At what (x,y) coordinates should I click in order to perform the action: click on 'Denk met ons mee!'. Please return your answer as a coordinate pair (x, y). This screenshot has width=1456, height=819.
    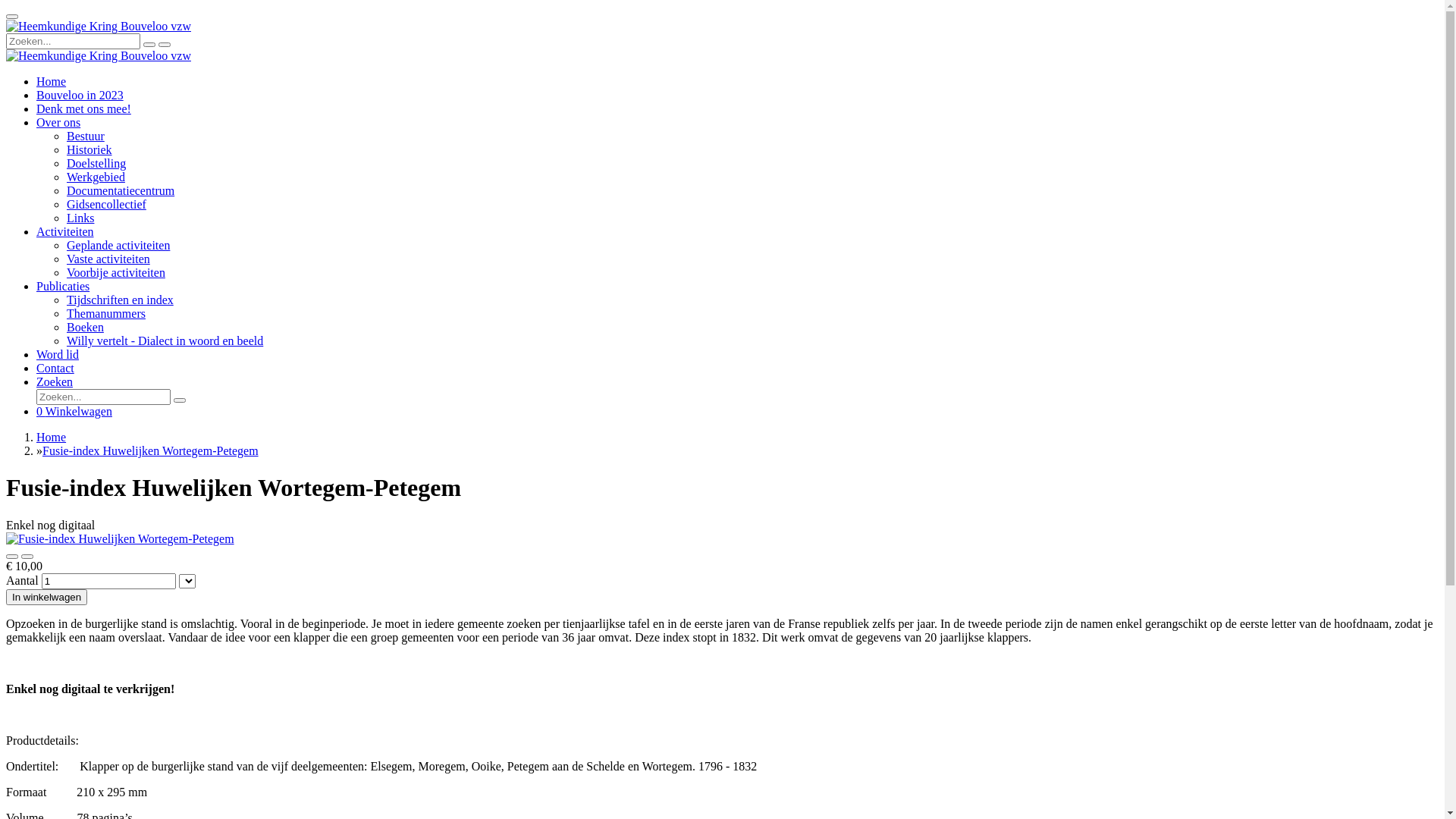
    Looking at the image, I should click on (83, 108).